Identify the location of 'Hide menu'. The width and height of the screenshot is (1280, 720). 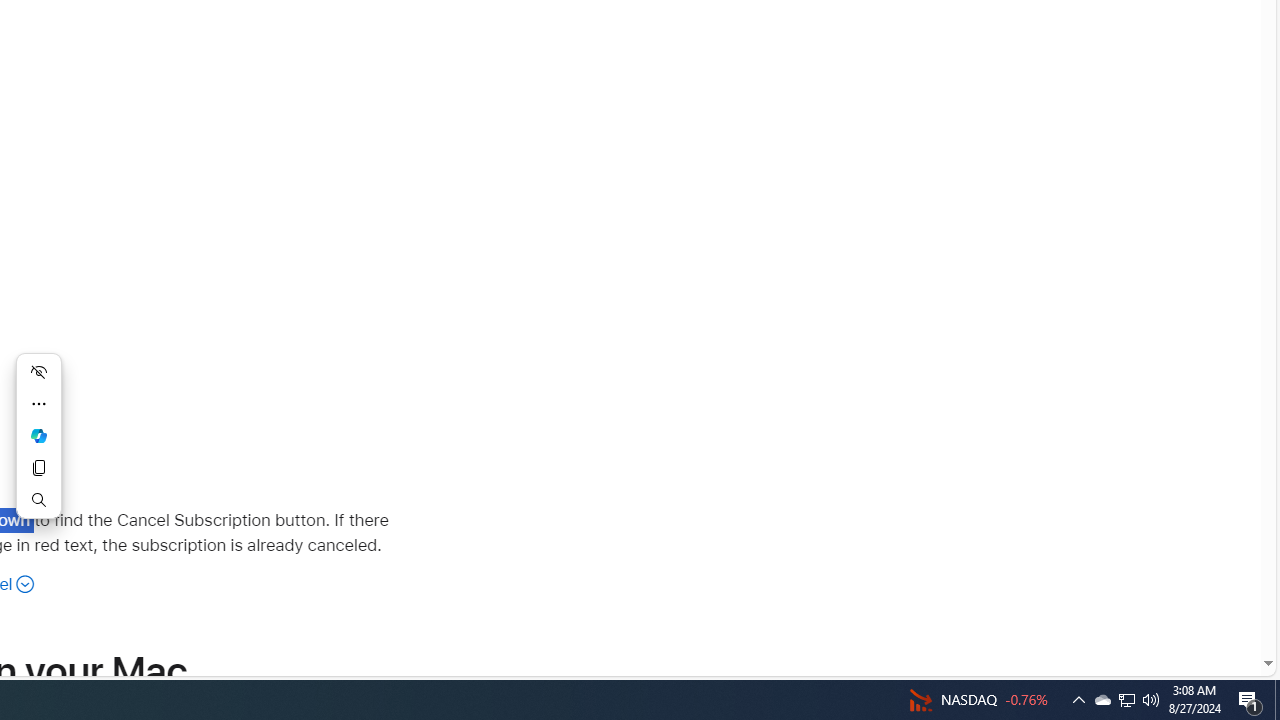
(39, 371).